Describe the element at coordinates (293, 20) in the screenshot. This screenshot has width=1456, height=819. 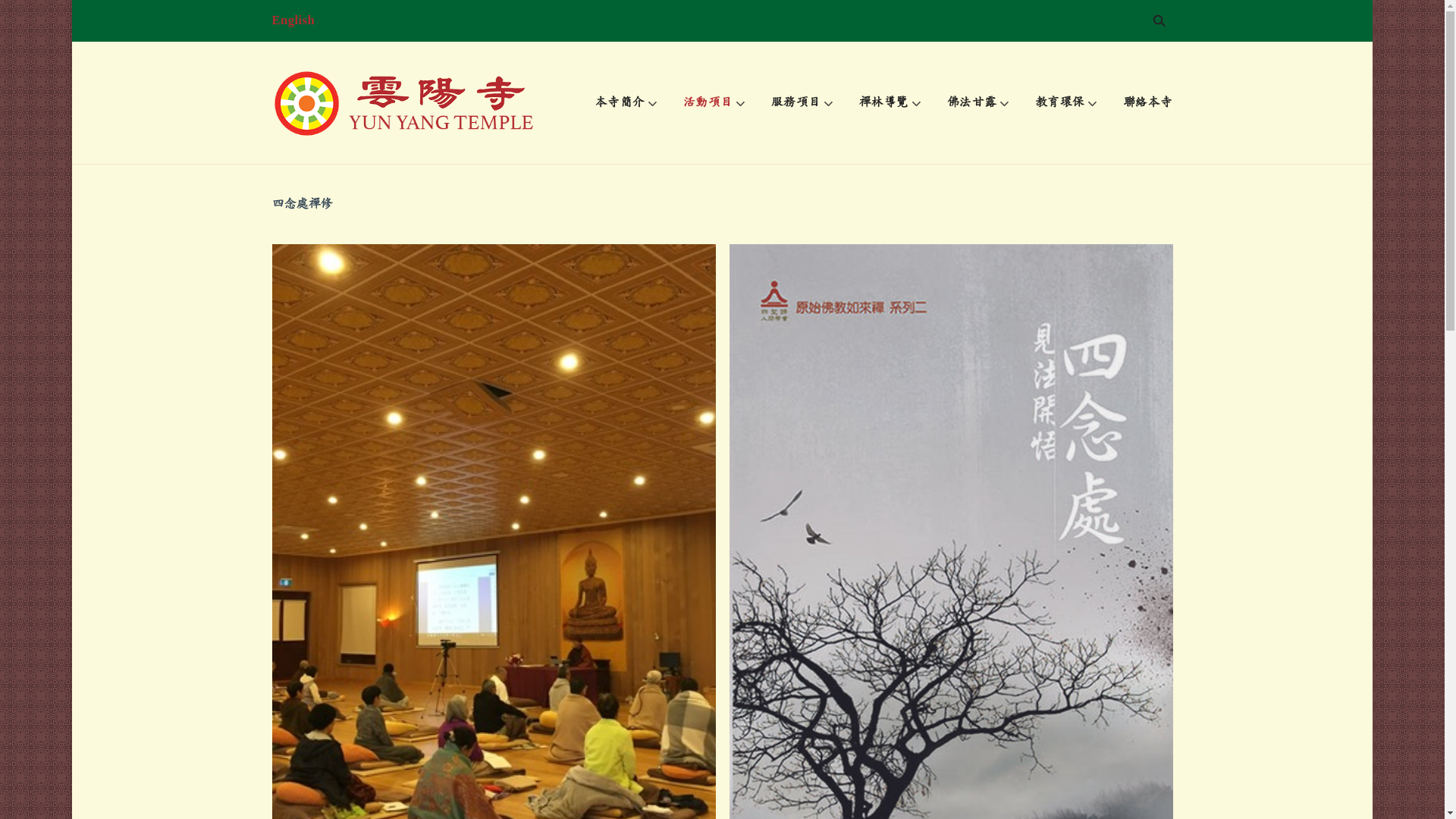
I see `'English'` at that location.